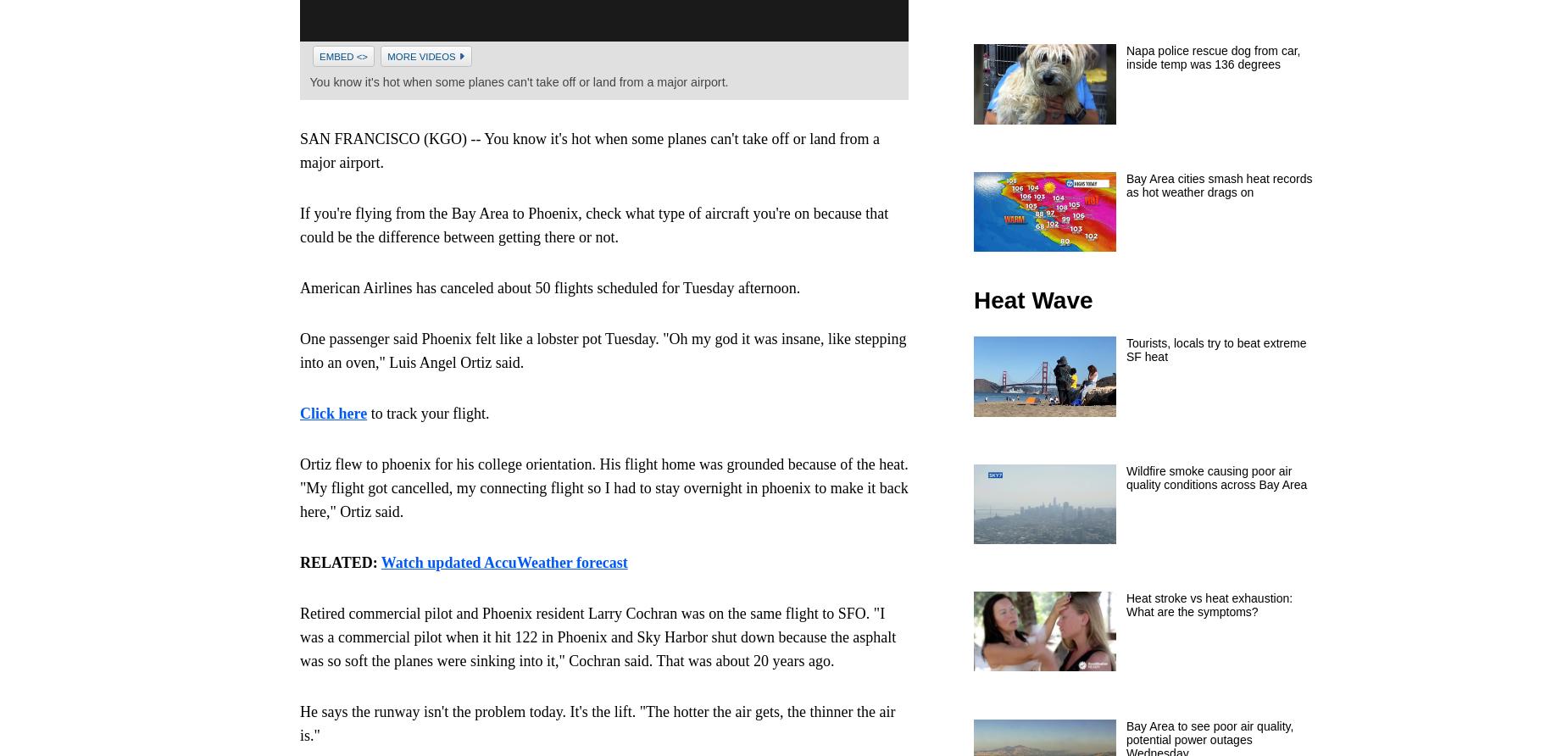  I want to click on 'RELATED:', so click(339, 562).